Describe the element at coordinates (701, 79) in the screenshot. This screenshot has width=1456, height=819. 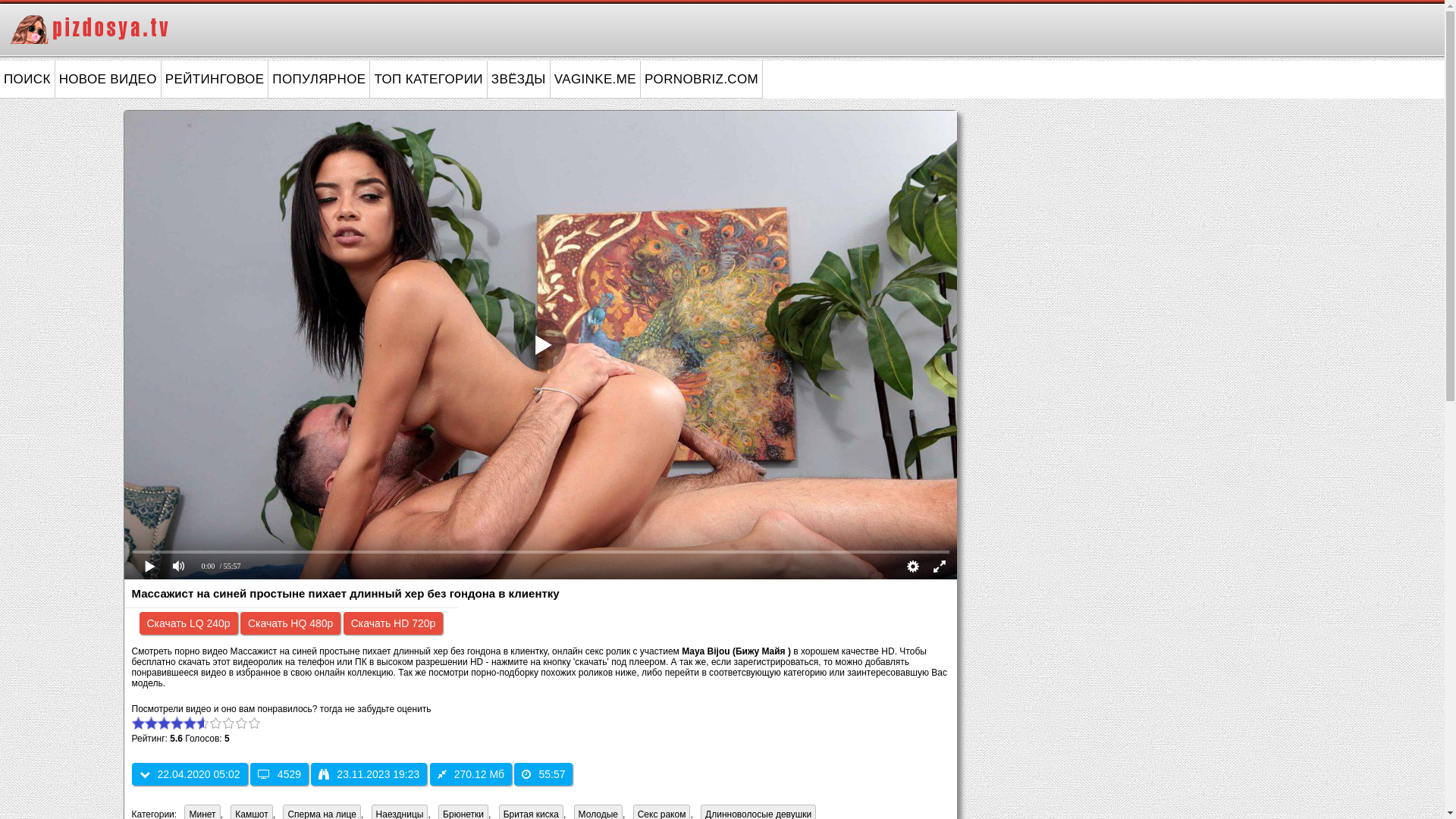
I see `'PORNOBRIZ.COM'` at that location.